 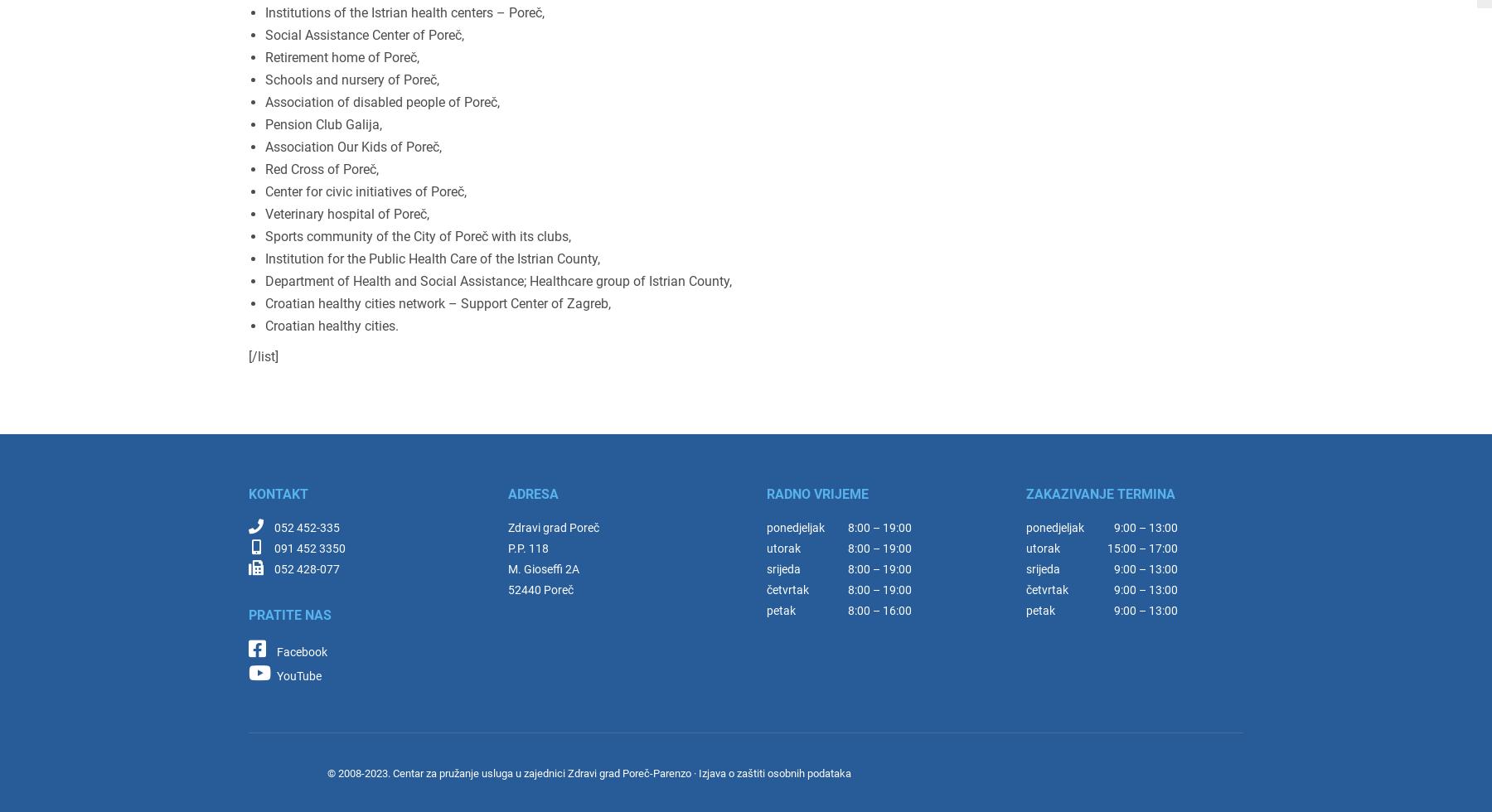 I want to click on 'PRATITE NAS', so click(x=289, y=615).